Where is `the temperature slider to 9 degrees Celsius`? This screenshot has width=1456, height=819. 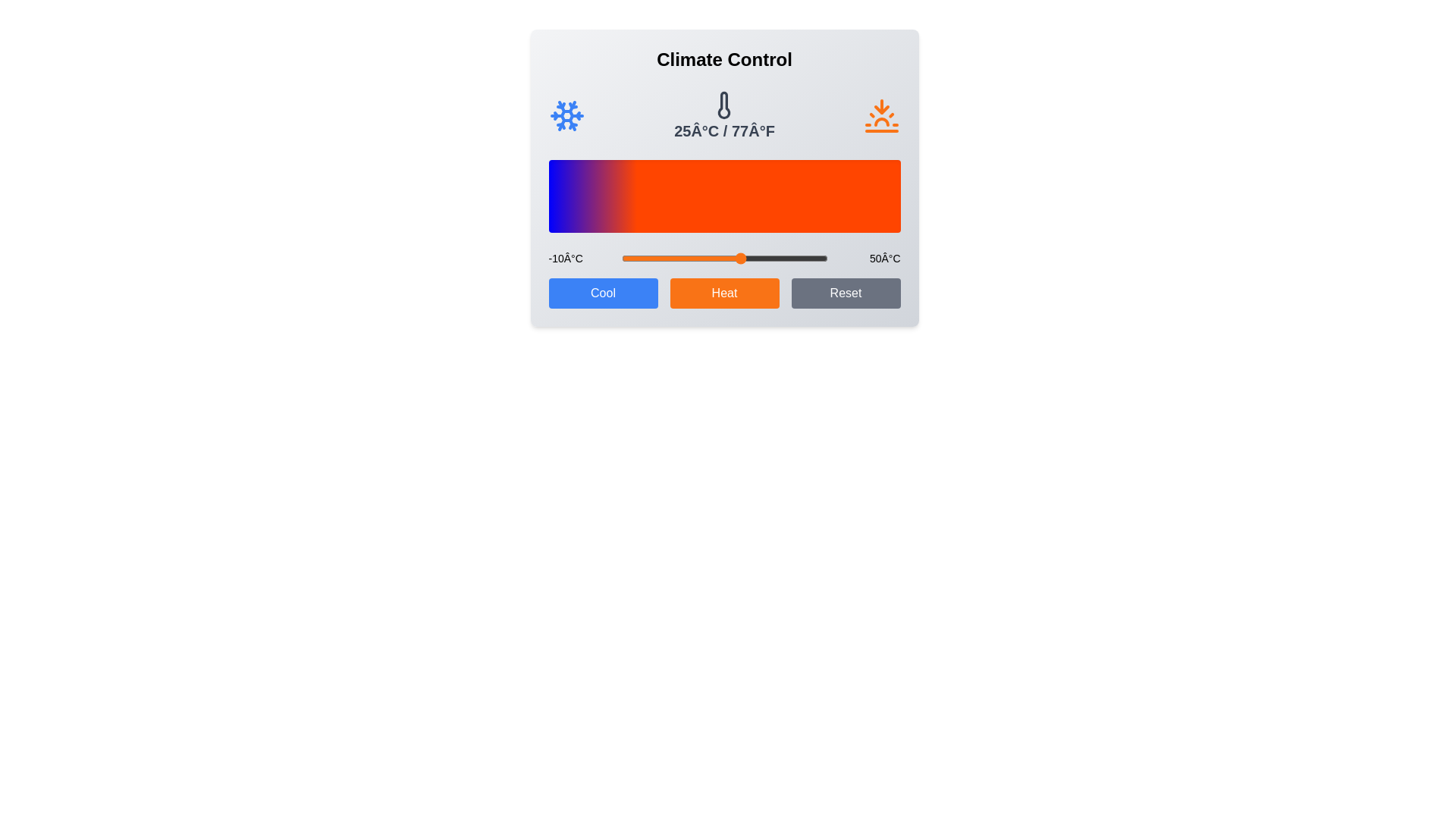 the temperature slider to 9 degrees Celsius is located at coordinates (686, 257).